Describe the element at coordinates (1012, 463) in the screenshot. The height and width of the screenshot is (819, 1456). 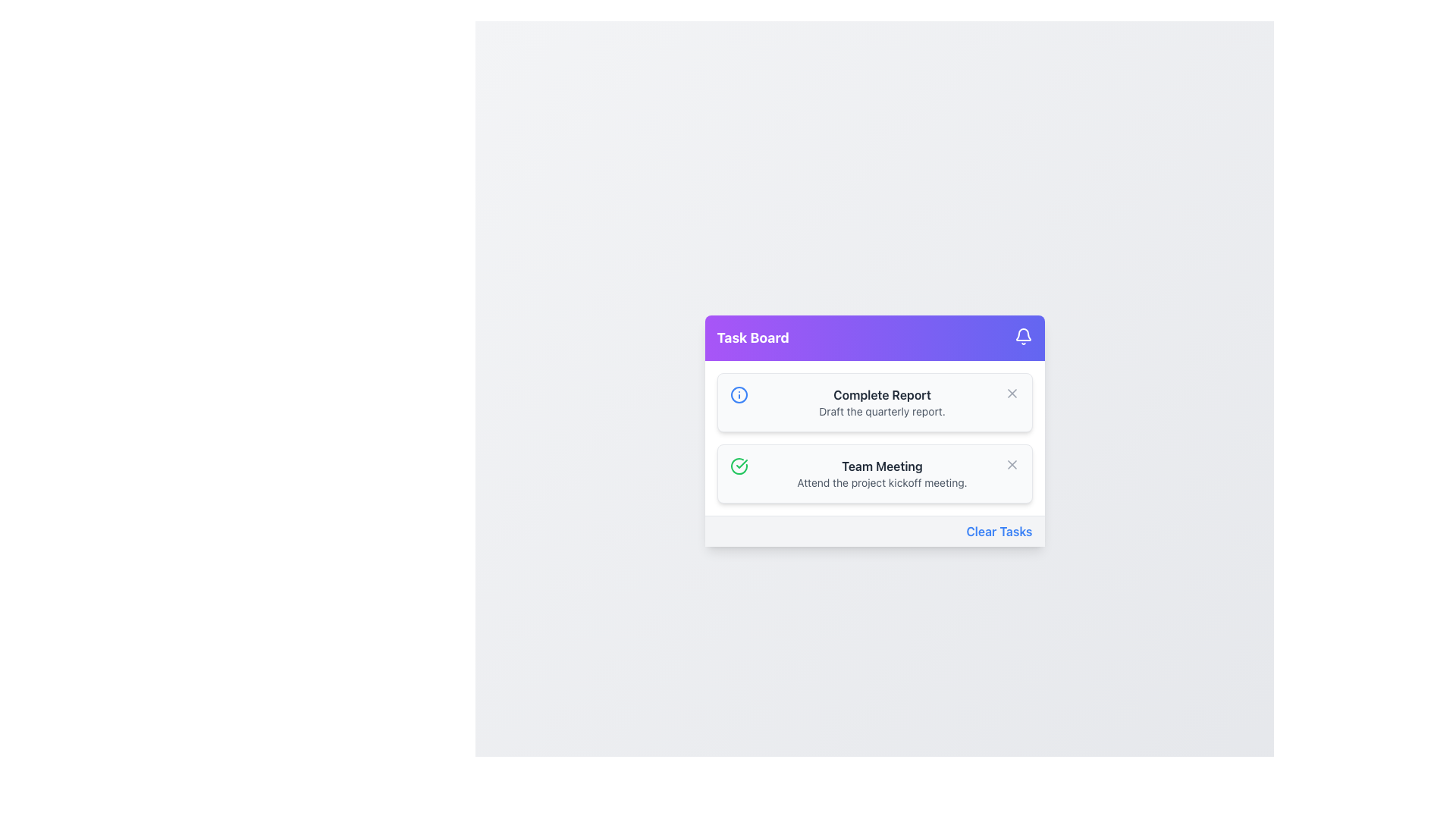
I see `the Close or Remove icon (an 'X' shape) next to the 'Complete Report - Draft the quarterly report' task` at that location.